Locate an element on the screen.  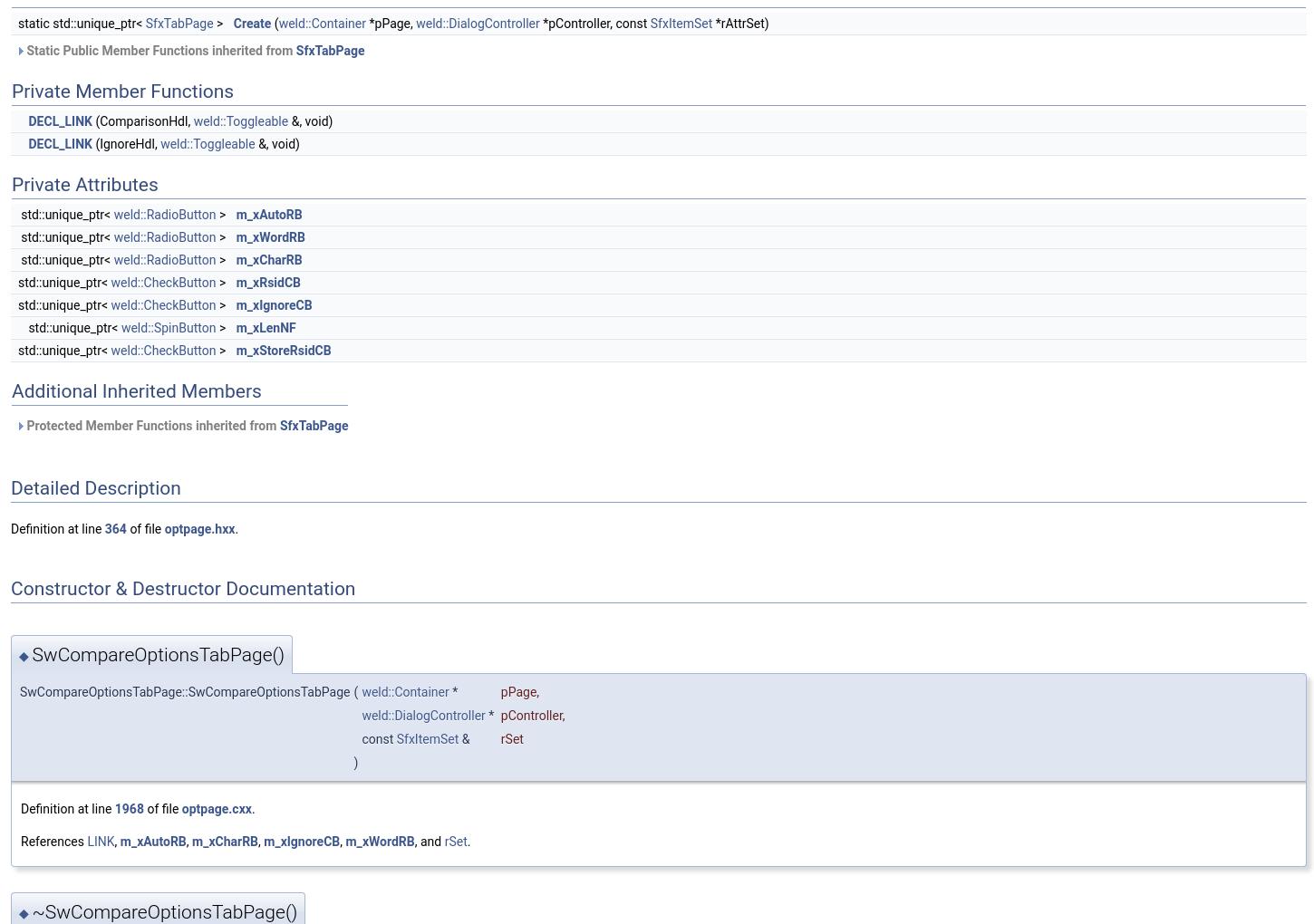
')' is located at coordinates (354, 763).